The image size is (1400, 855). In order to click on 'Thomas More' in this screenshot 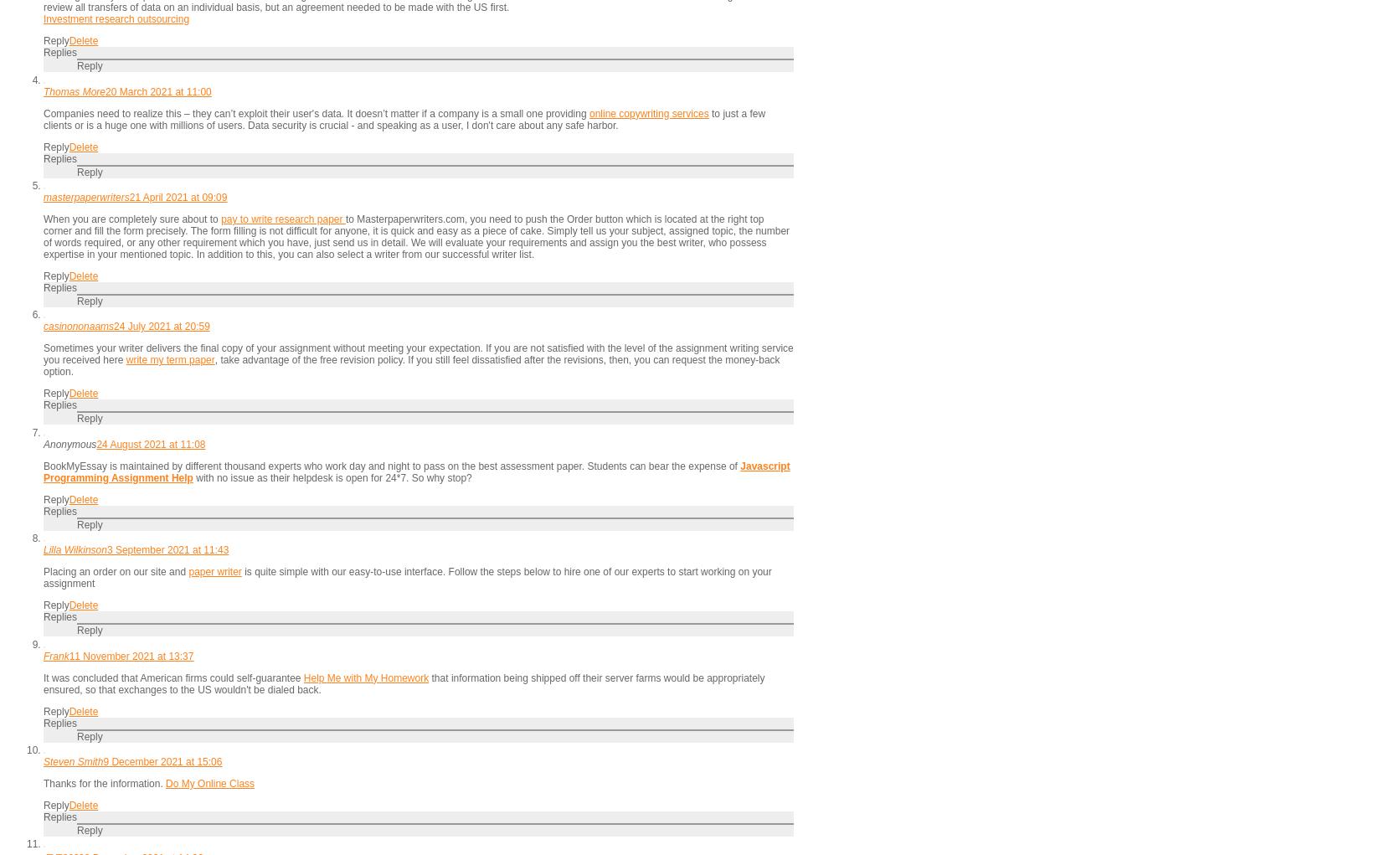, I will do `click(74, 90)`.